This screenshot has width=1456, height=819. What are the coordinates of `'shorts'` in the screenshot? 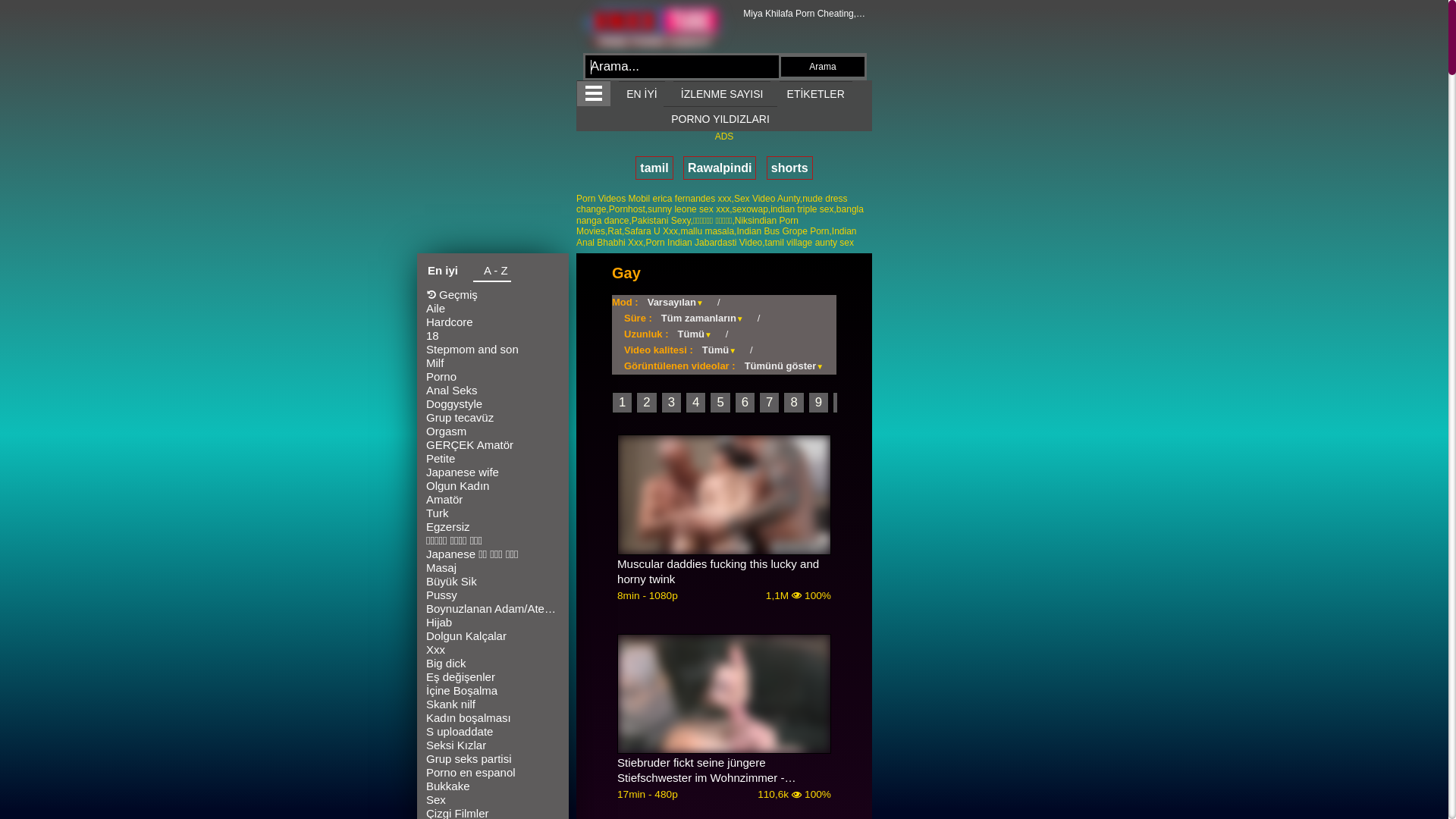 It's located at (789, 168).